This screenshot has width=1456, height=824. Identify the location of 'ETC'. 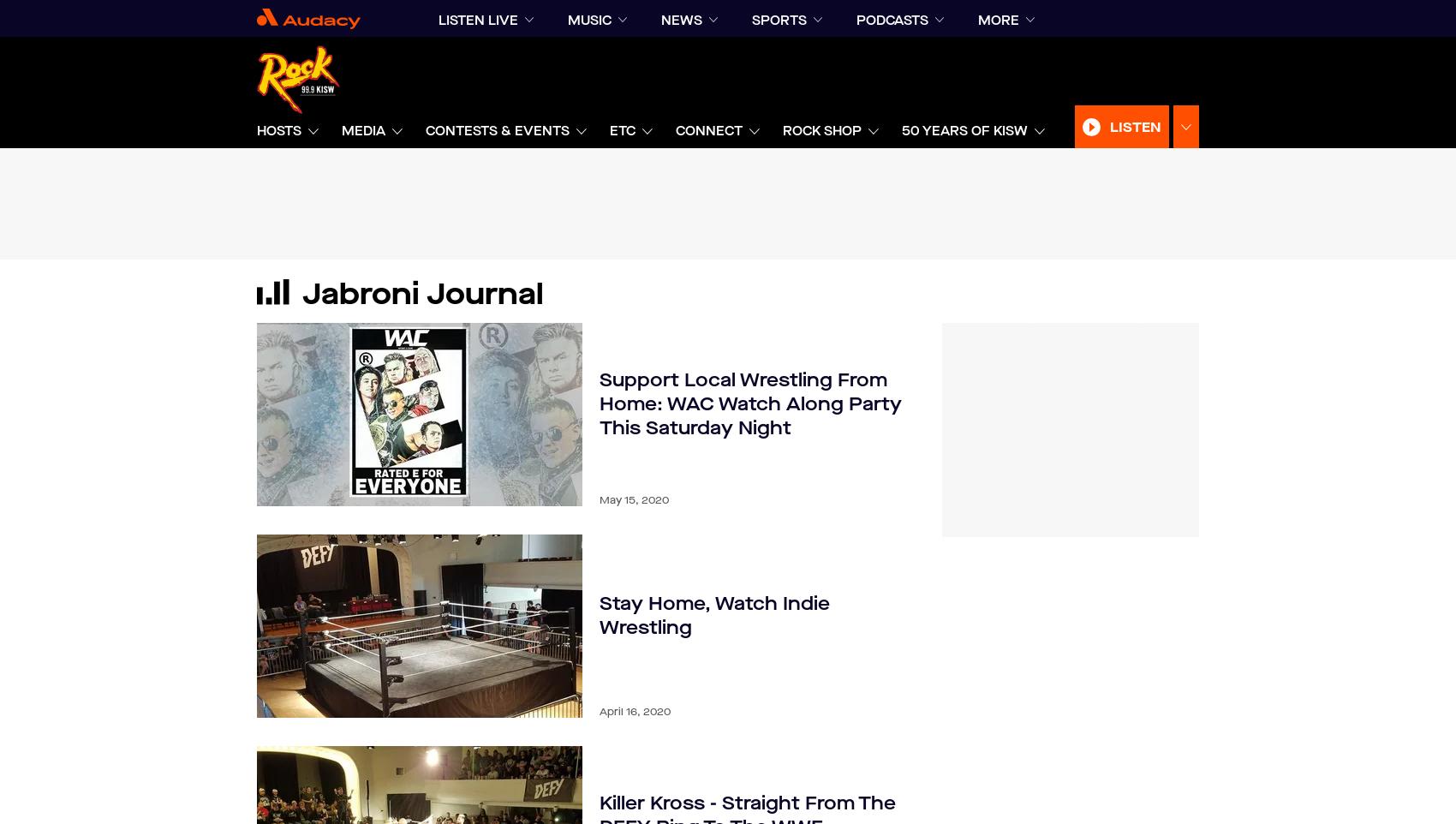
(622, 130).